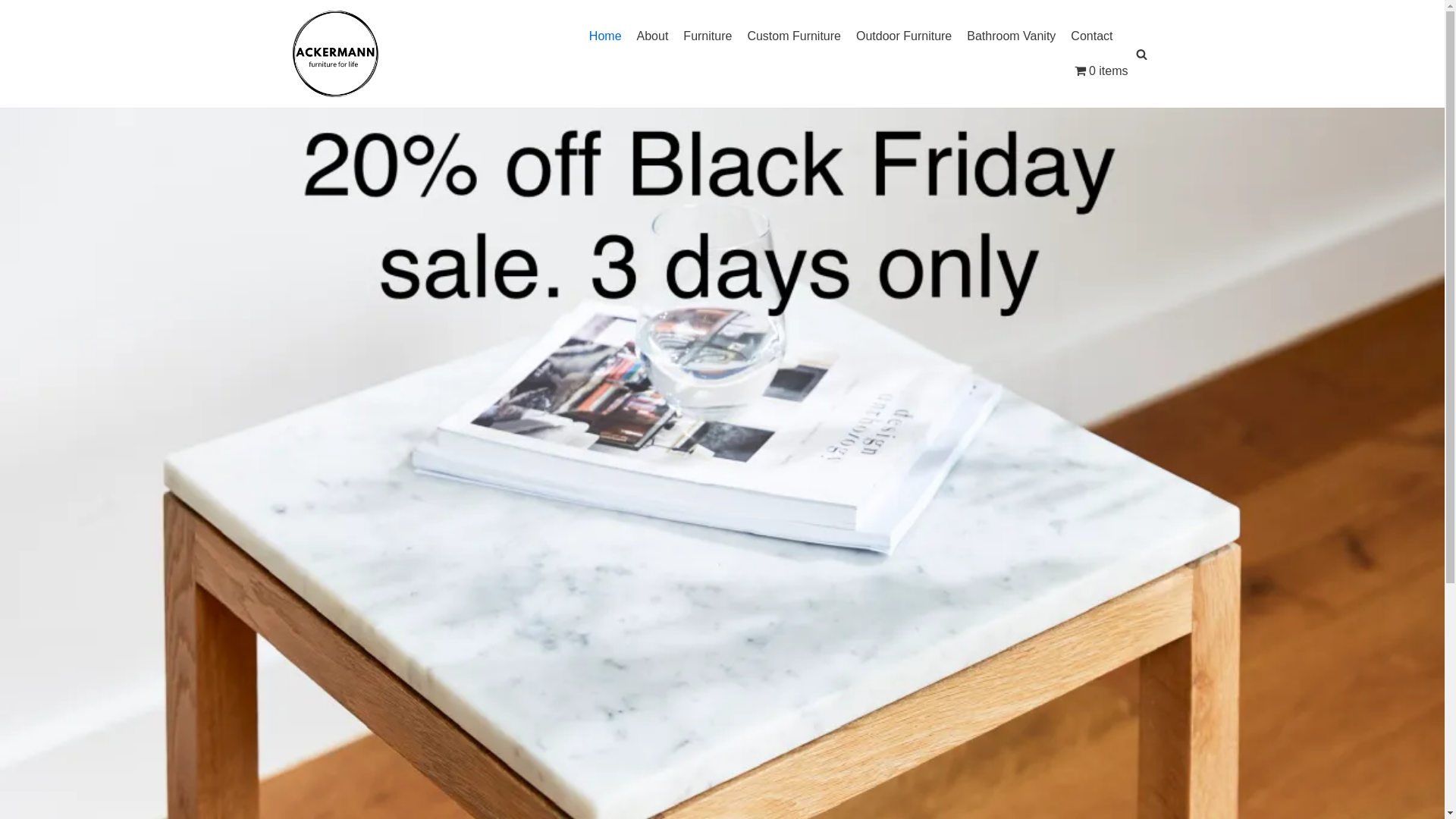 Image resolution: width=1456 pixels, height=819 pixels. Describe the element at coordinates (792, 35) in the screenshot. I see `'Custom Furniture'` at that location.